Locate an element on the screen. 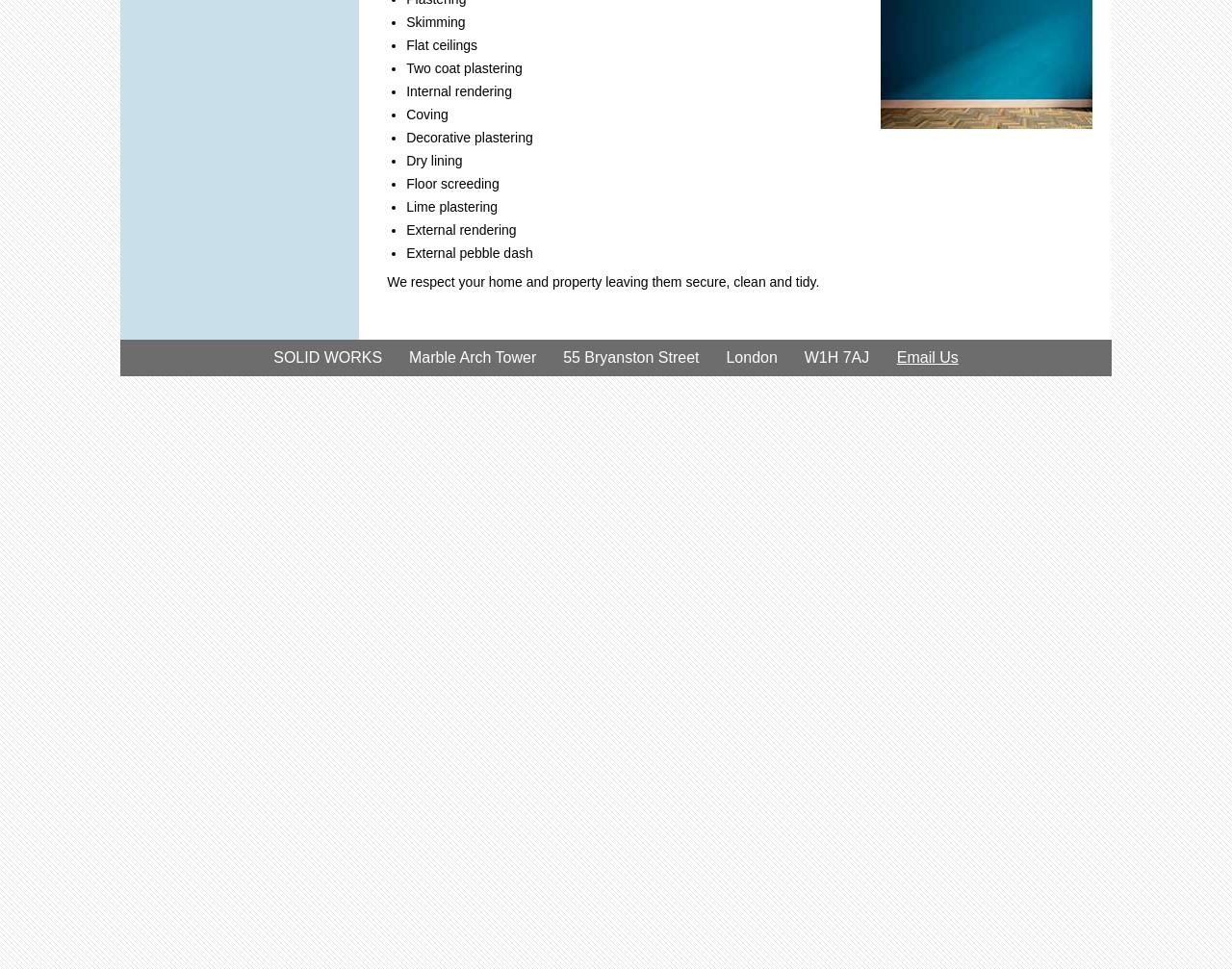 Image resolution: width=1232 pixels, height=969 pixels. 'Coving' is located at coordinates (405, 115).